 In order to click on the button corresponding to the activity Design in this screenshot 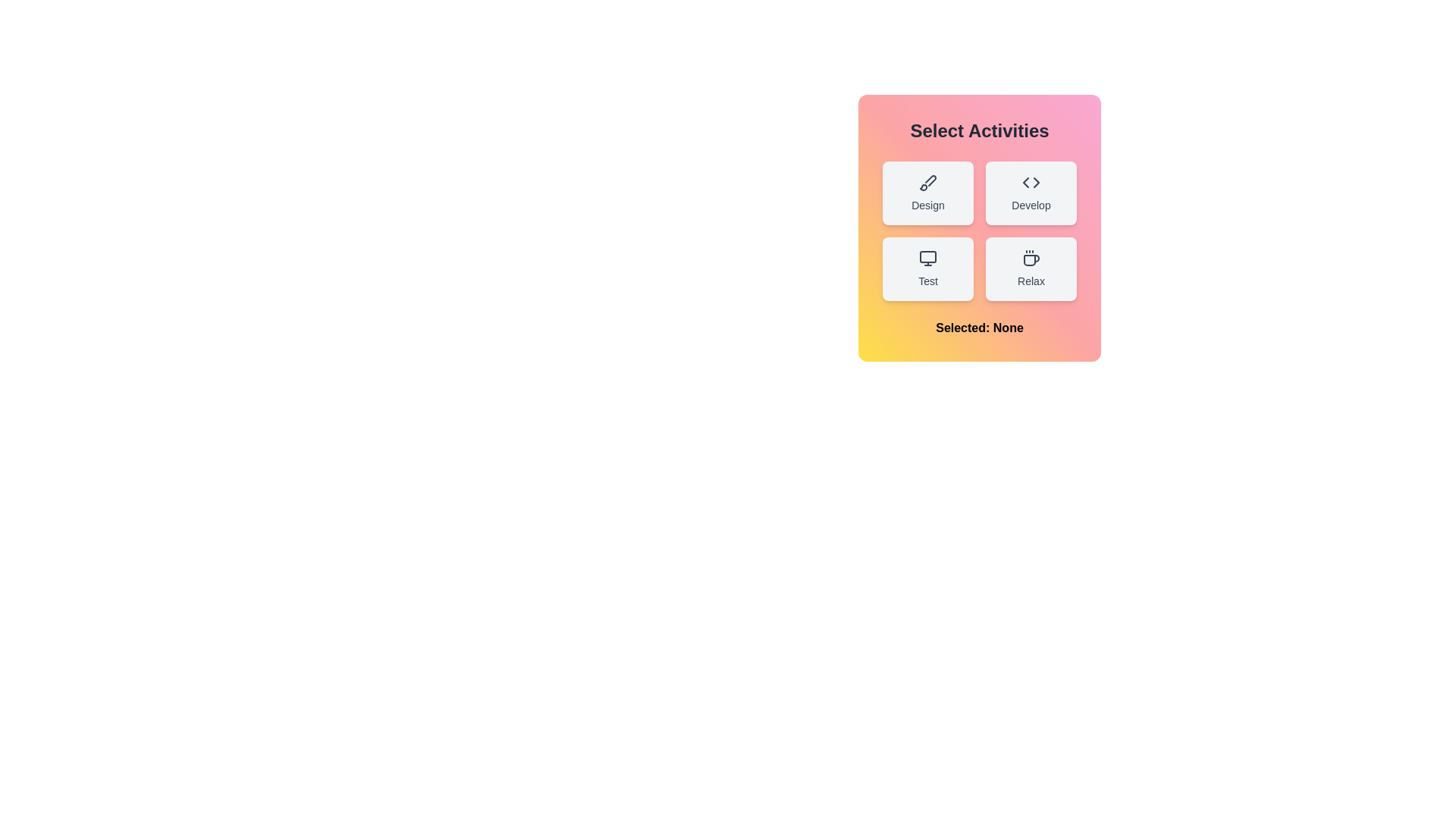, I will do `click(927, 192)`.